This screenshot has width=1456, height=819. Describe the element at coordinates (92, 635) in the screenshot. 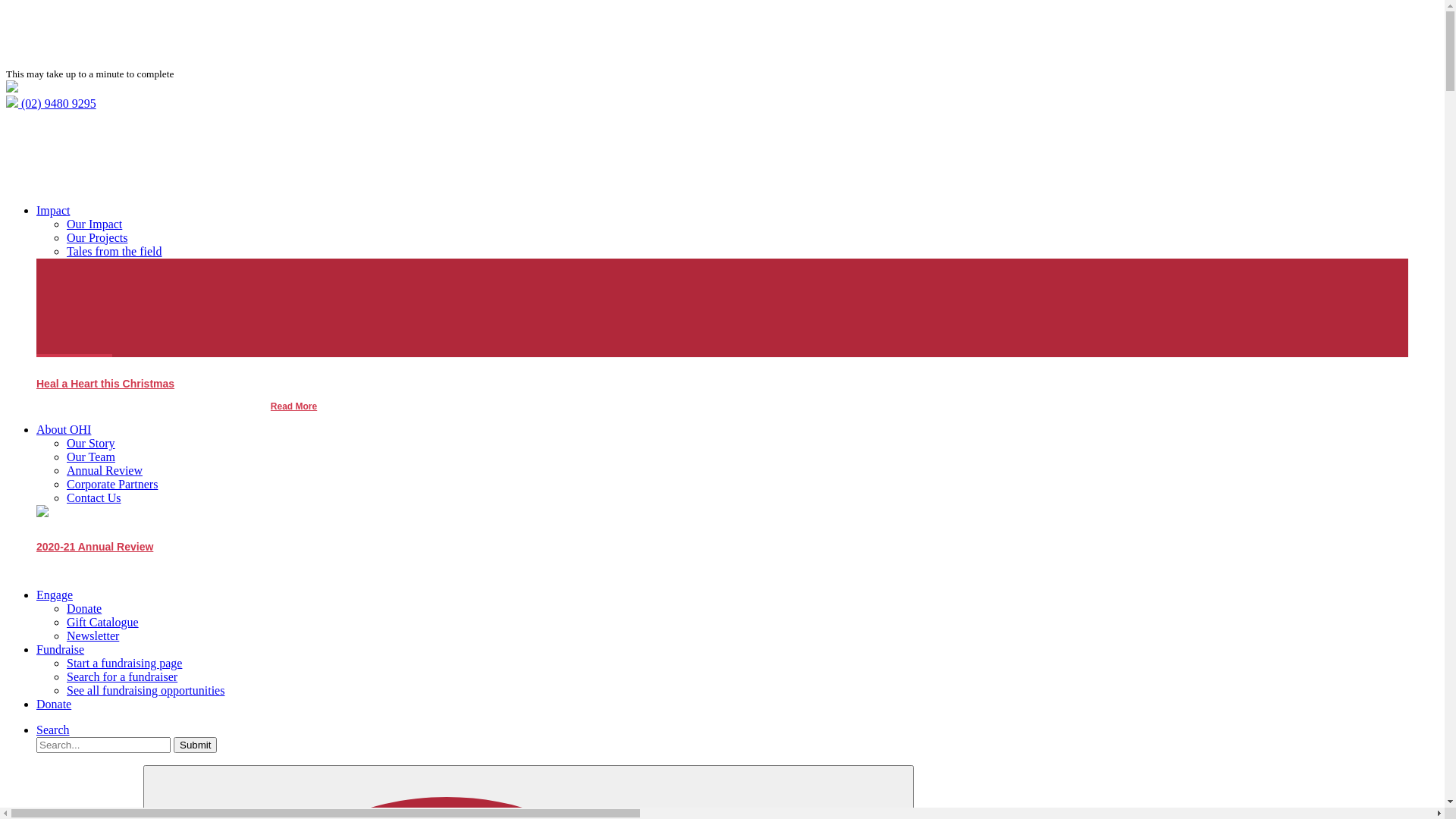

I see `'Newsletter'` at that location.